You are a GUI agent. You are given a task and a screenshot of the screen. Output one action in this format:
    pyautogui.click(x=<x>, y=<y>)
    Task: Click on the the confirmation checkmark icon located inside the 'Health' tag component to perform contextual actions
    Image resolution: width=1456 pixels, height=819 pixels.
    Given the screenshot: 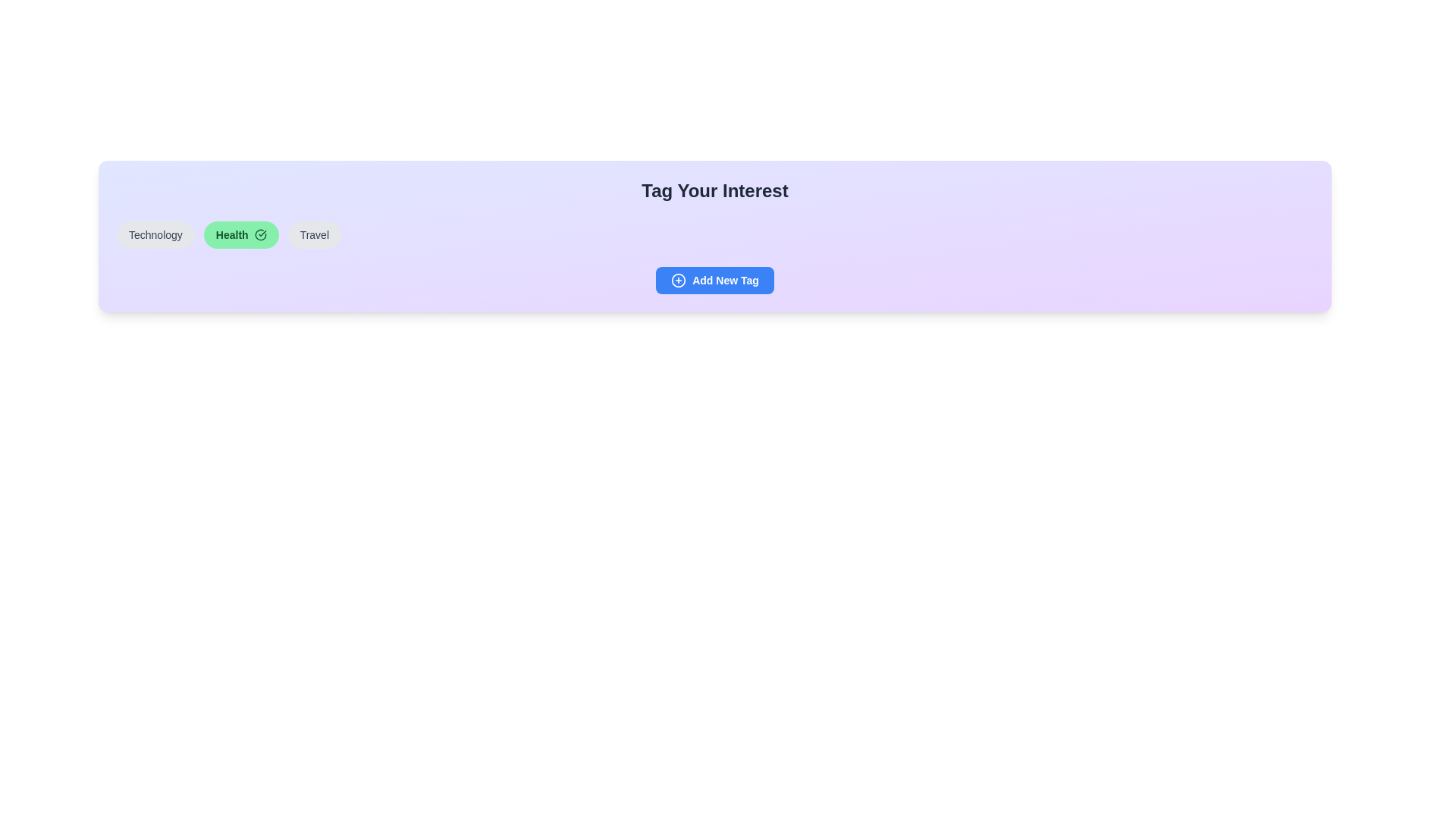 What is the action you would take?
    pyautogui.click(x=260, y=234)
    